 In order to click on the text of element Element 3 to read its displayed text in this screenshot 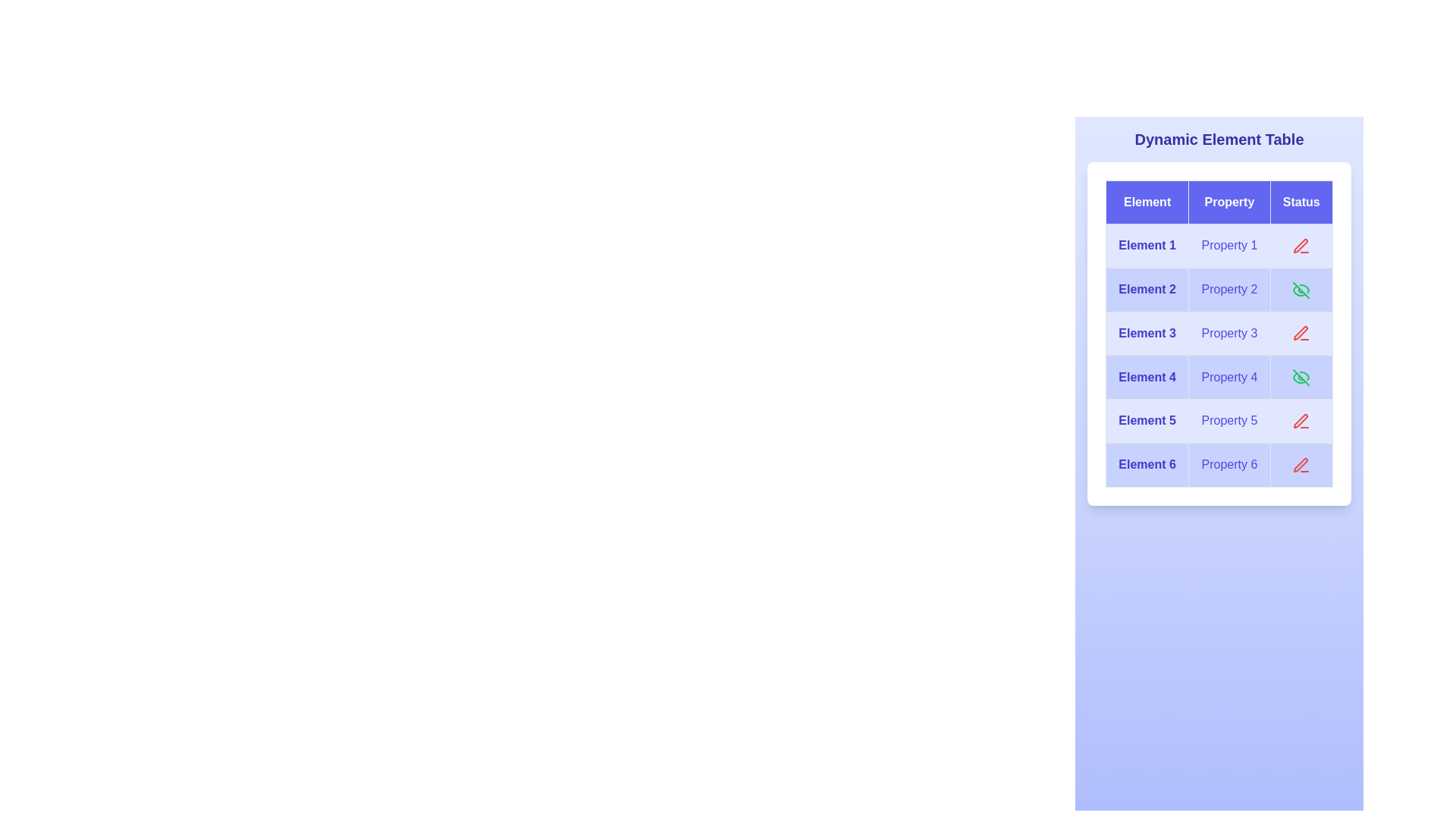, I will do `click(1147, 332)`.